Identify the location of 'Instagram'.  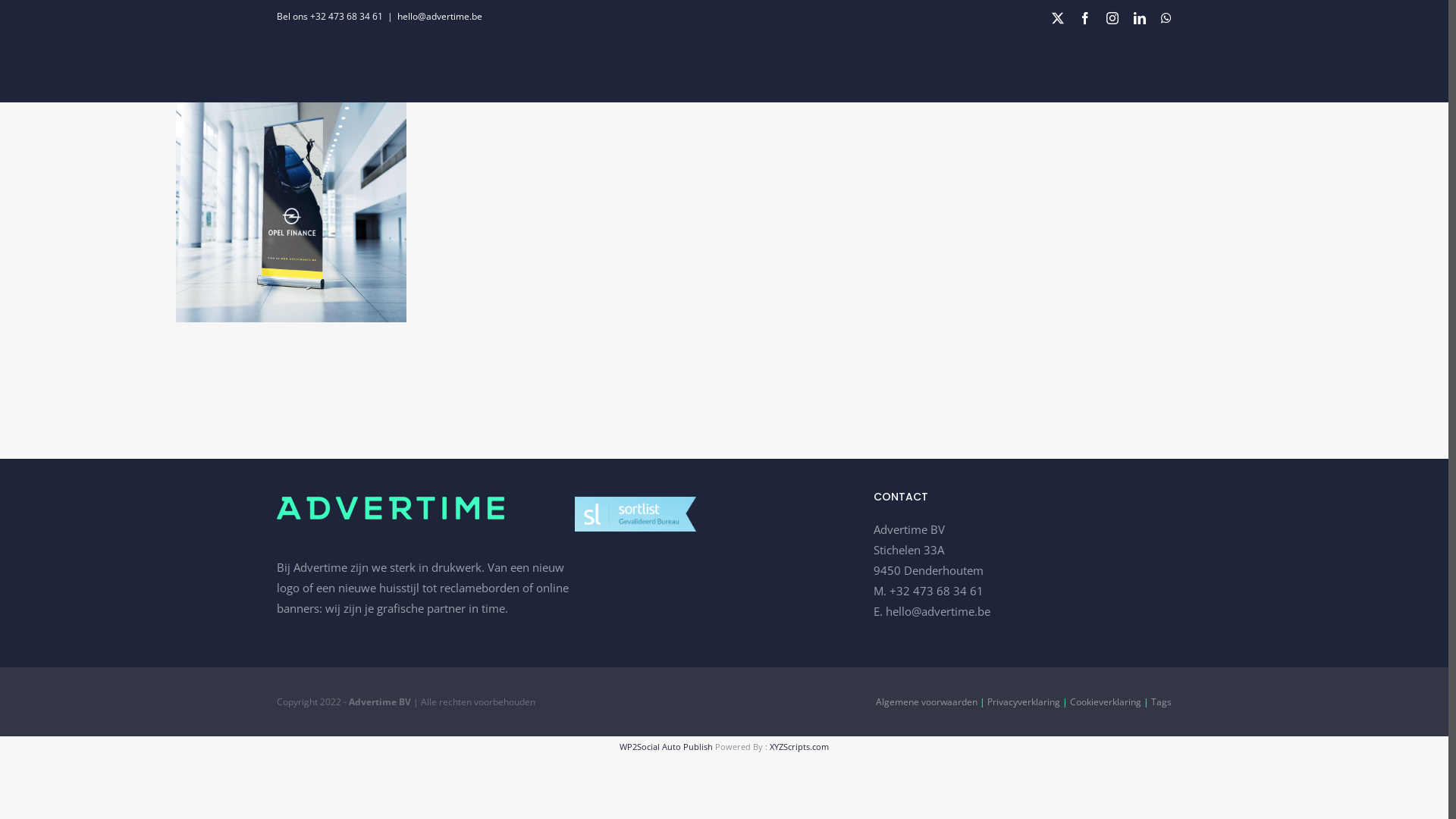
(1112, 17).